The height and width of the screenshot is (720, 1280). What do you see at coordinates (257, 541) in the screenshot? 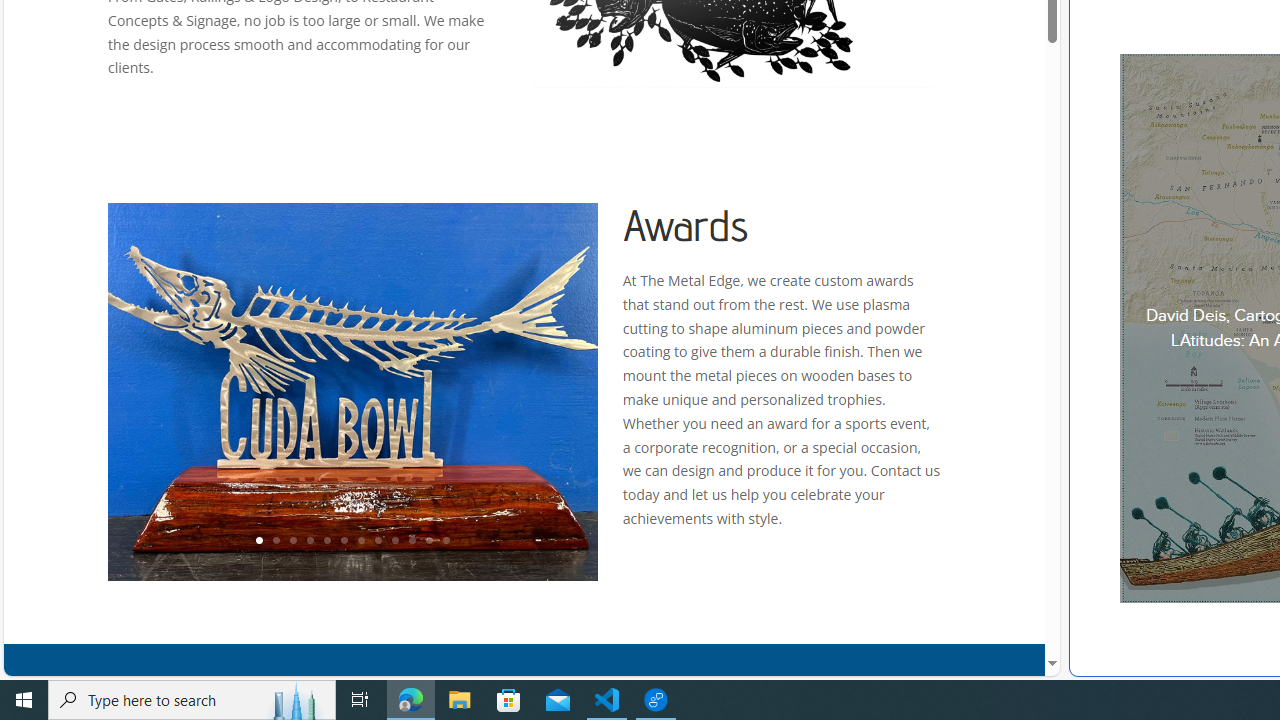
I see `'1'` at bounding box center [257, 541].